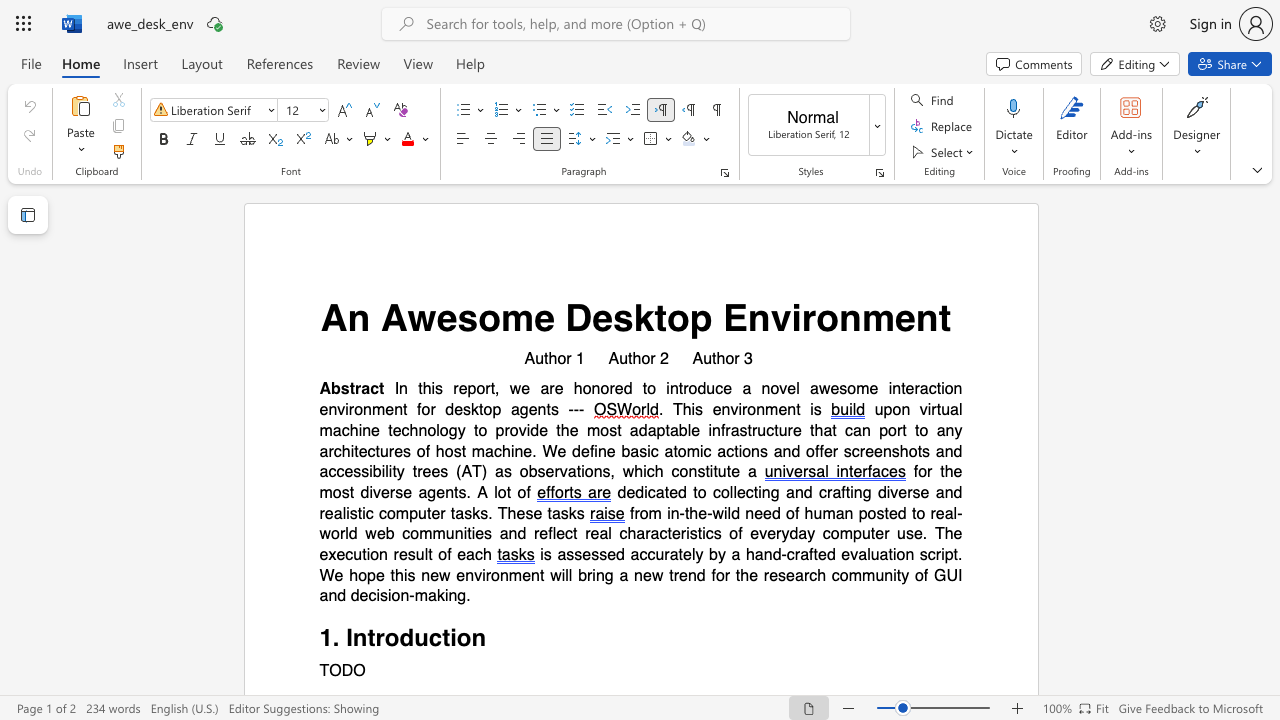  Describe the element at coordinates (466, 317) in the screenshot. I see `the 1th character "s" in the text` at that location.